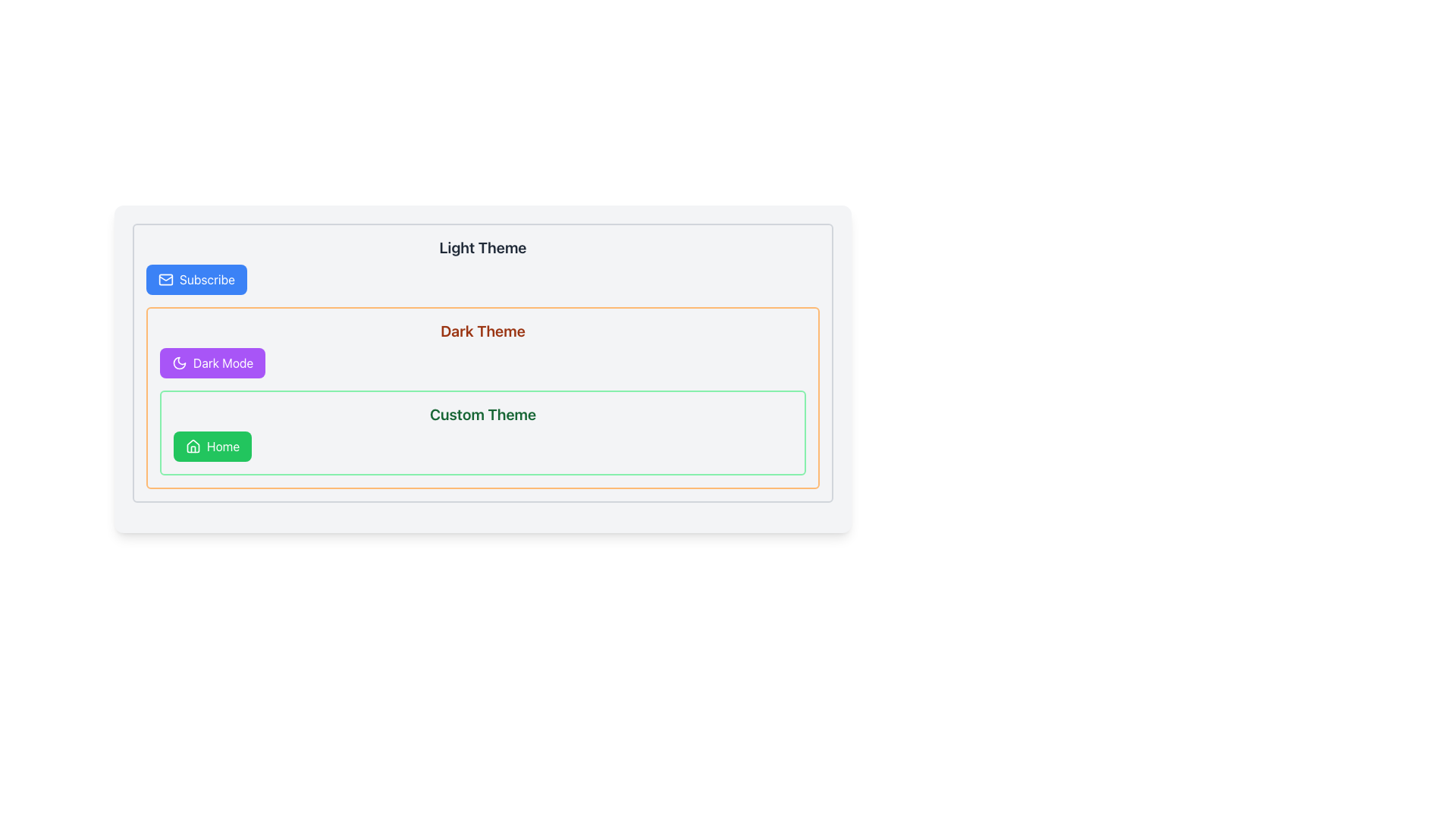 This screenshot has width=1456, height=819. Describe the element at coordinates (482, 330) in the screenshot. I see `the Text Label that serves as a header for the section, positioned above the 'Dark Mode' and 'Custom Theme' elements` at that location.